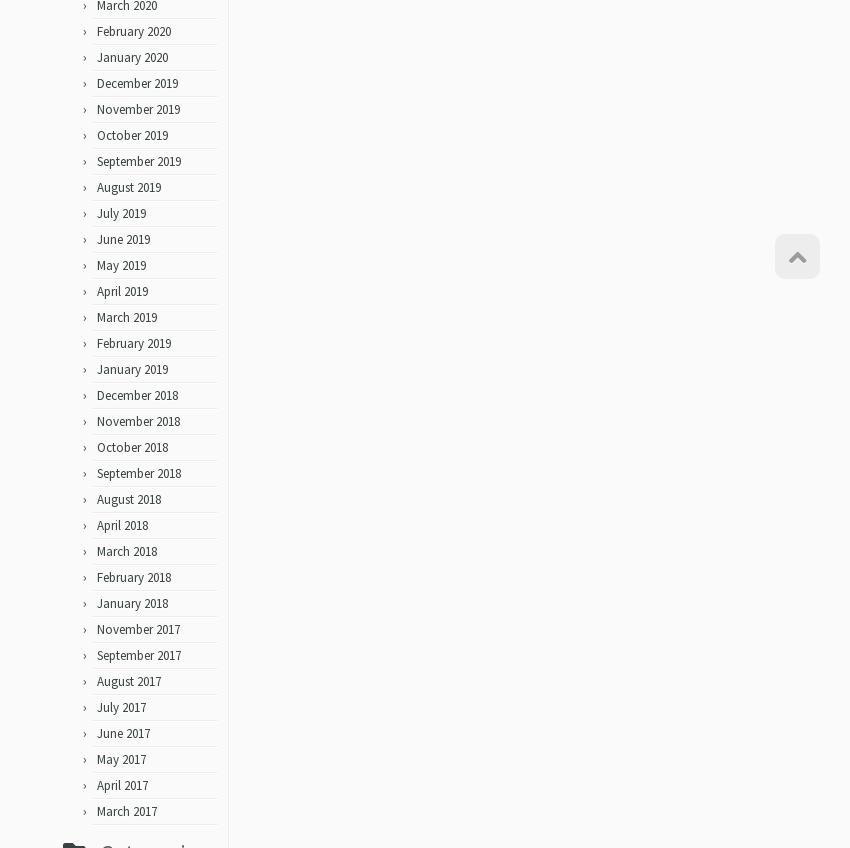 The image size is (850, 848). I want to click on 'August 2017', so click(129, 687).